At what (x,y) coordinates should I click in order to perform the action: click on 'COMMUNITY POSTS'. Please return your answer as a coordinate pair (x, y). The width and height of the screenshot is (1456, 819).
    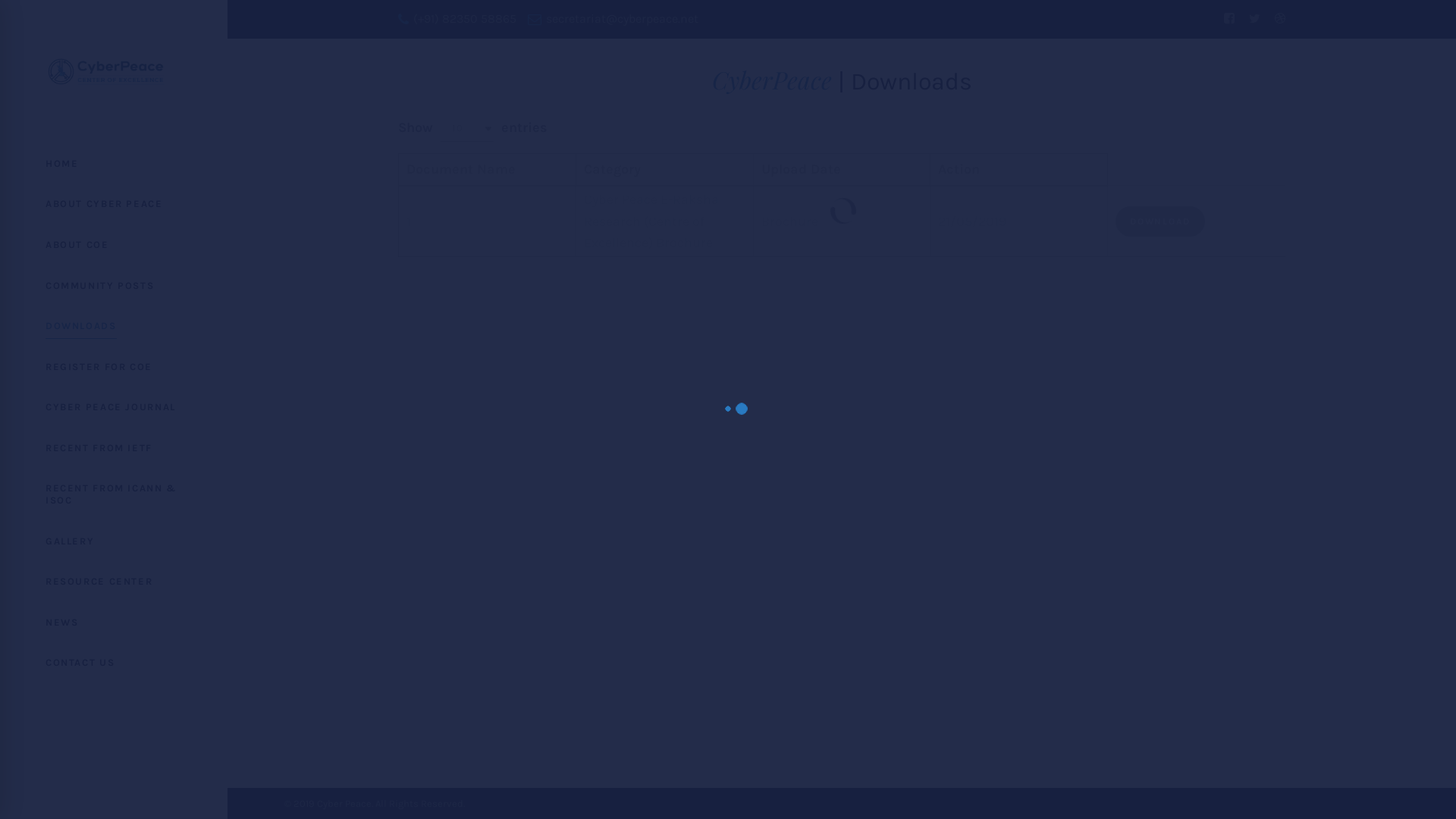
    Looking at the image, I should click on (112, 286).